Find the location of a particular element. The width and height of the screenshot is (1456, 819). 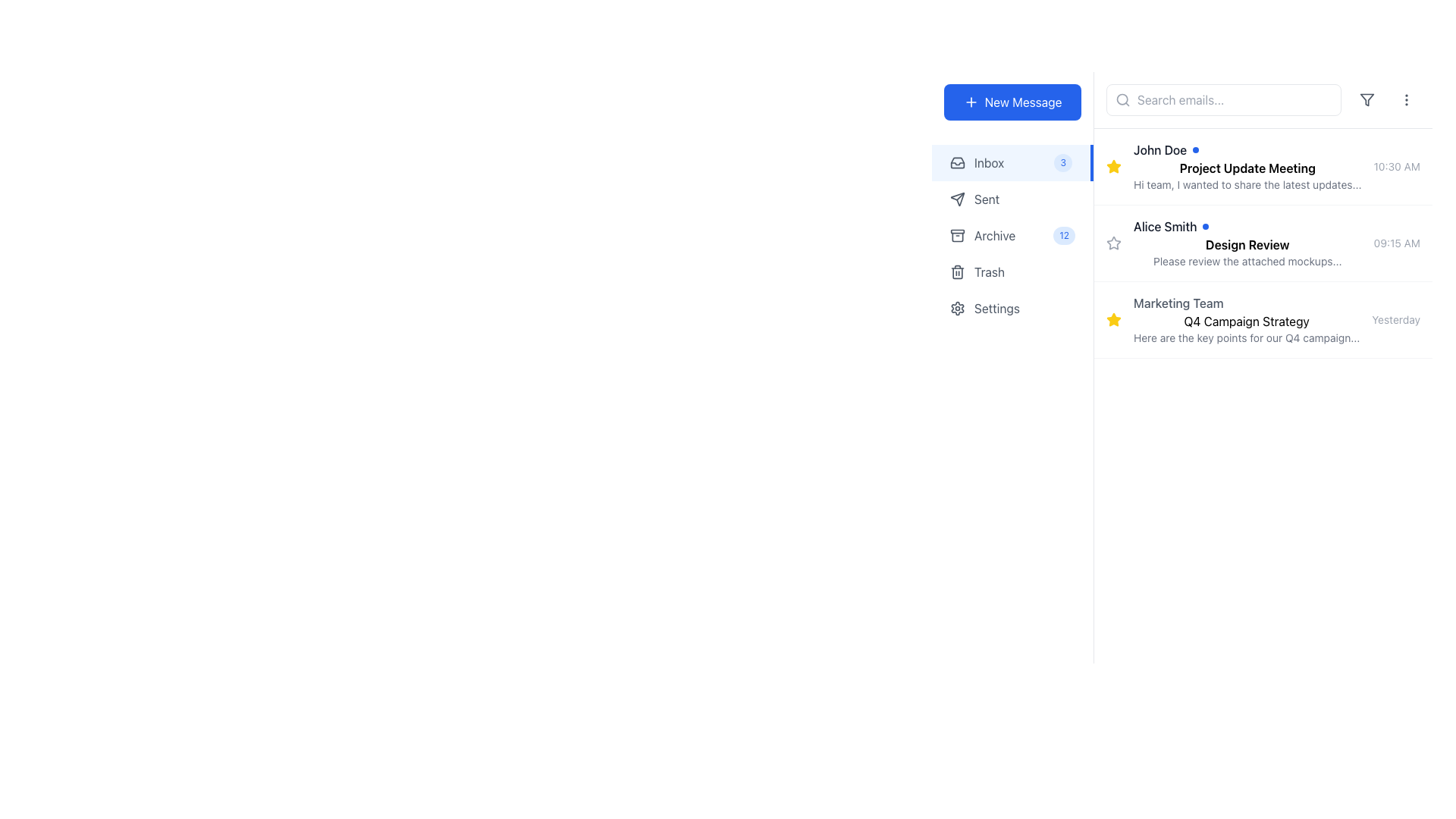

the star icon located to the left of the 'Marketing Team - Q4 Campaign Strategy' email is located at coordinates (1113, 242).